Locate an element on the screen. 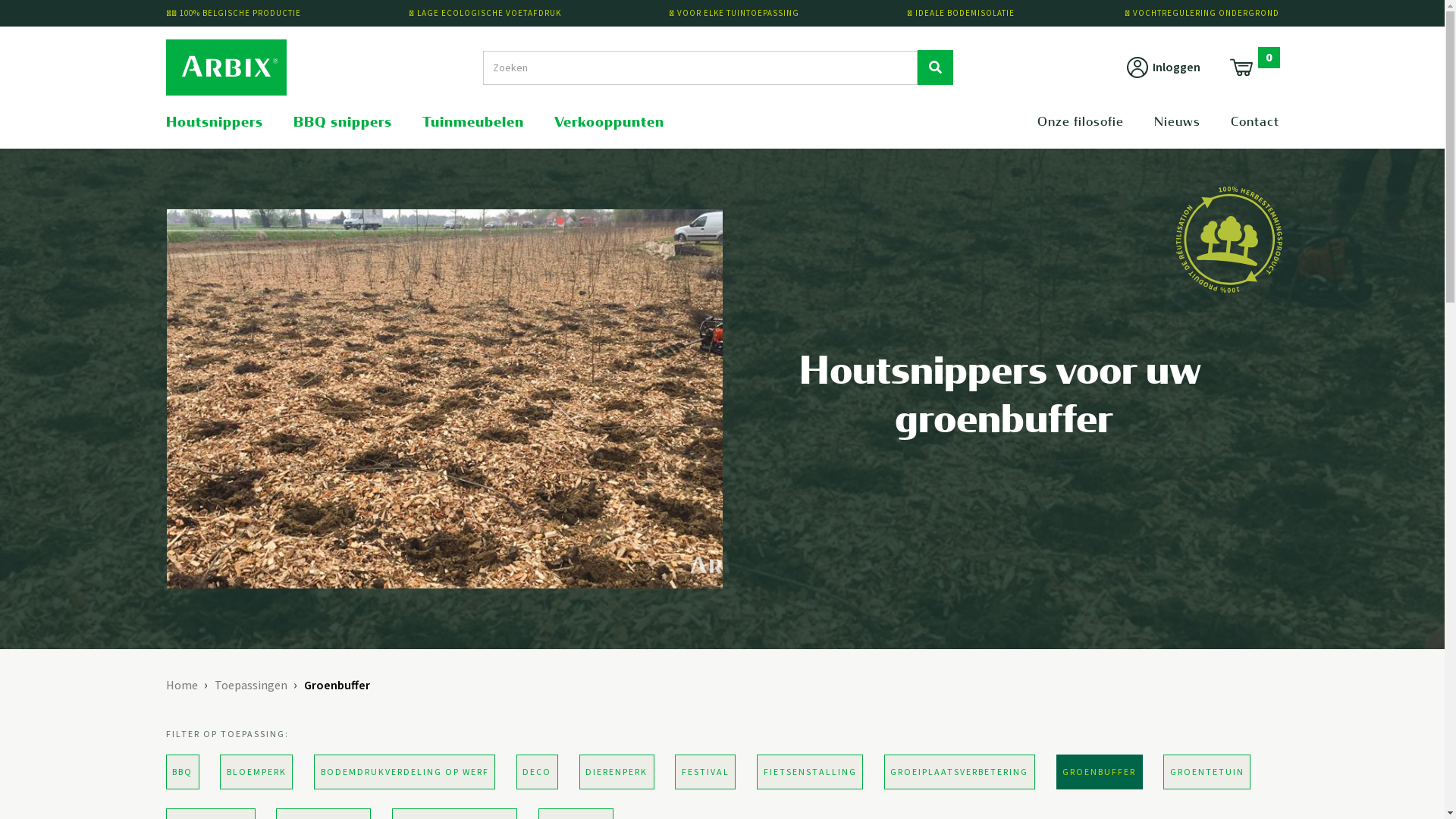 This screenshot has width=1456, height=819. 'Inloggen' is located at coordinates (1161, 66).